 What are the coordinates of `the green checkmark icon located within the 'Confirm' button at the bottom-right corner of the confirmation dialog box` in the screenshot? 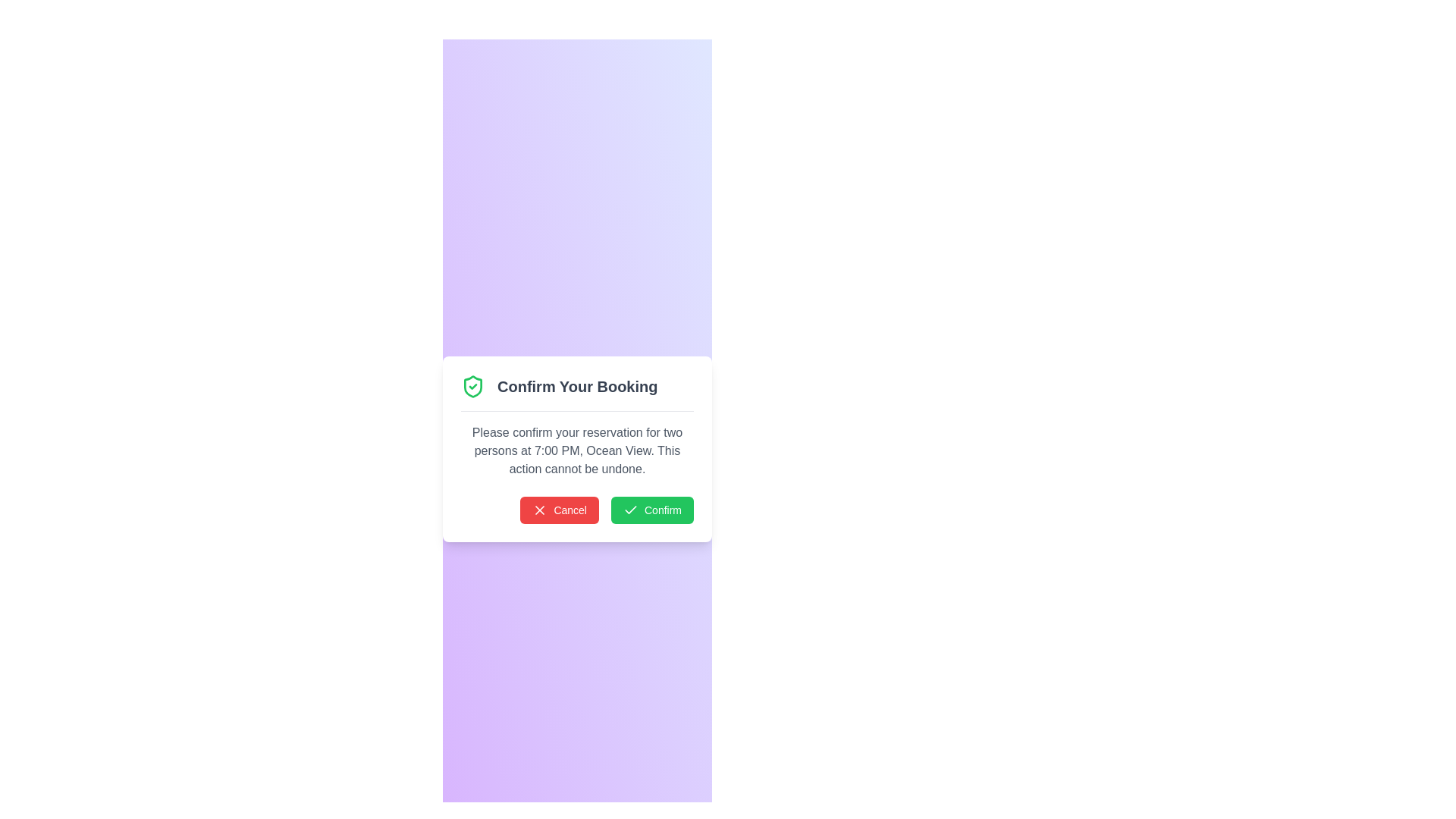 It's located at (630, 510).